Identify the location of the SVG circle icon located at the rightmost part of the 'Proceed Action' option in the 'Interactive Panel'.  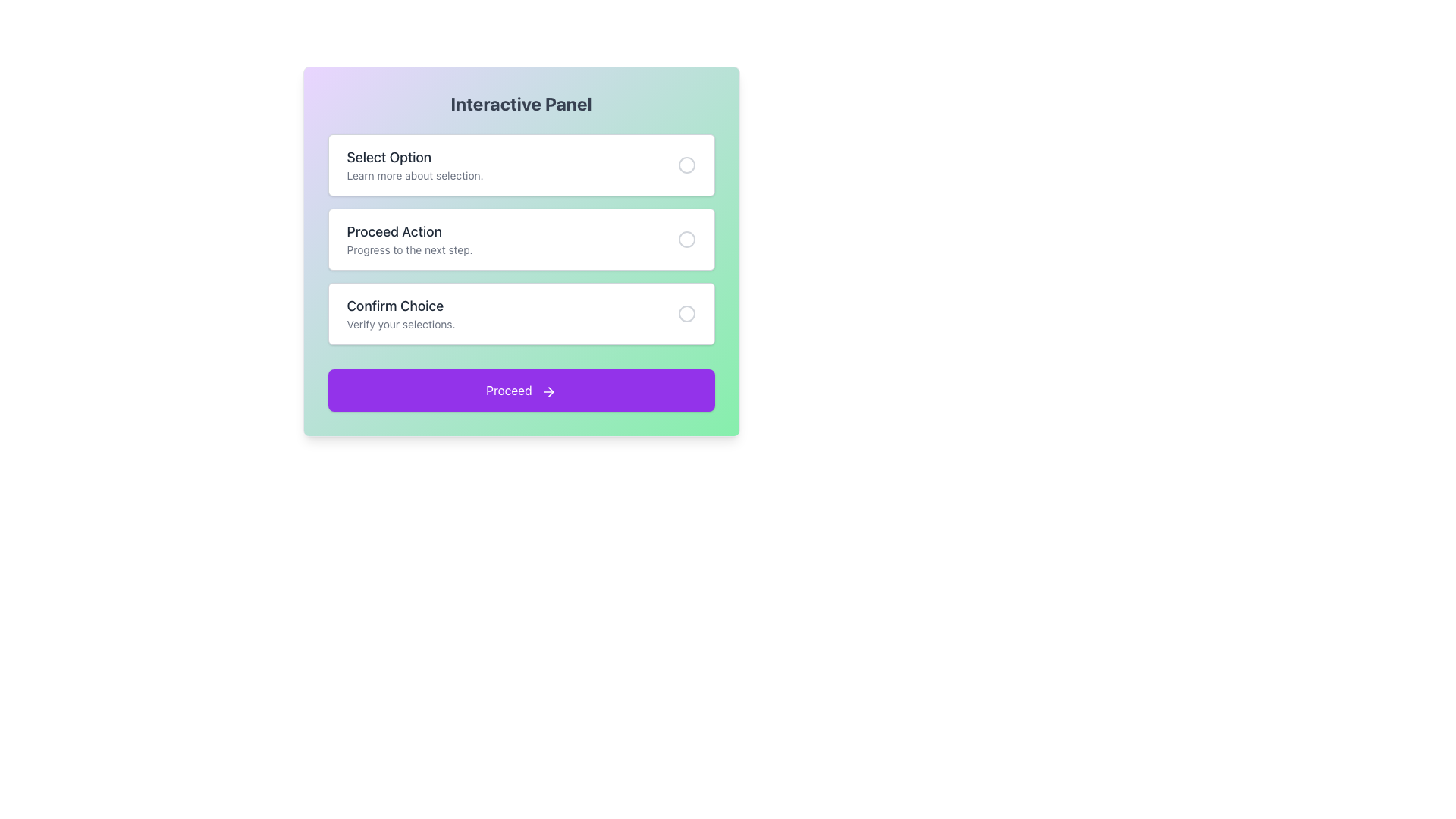
(686, 239).